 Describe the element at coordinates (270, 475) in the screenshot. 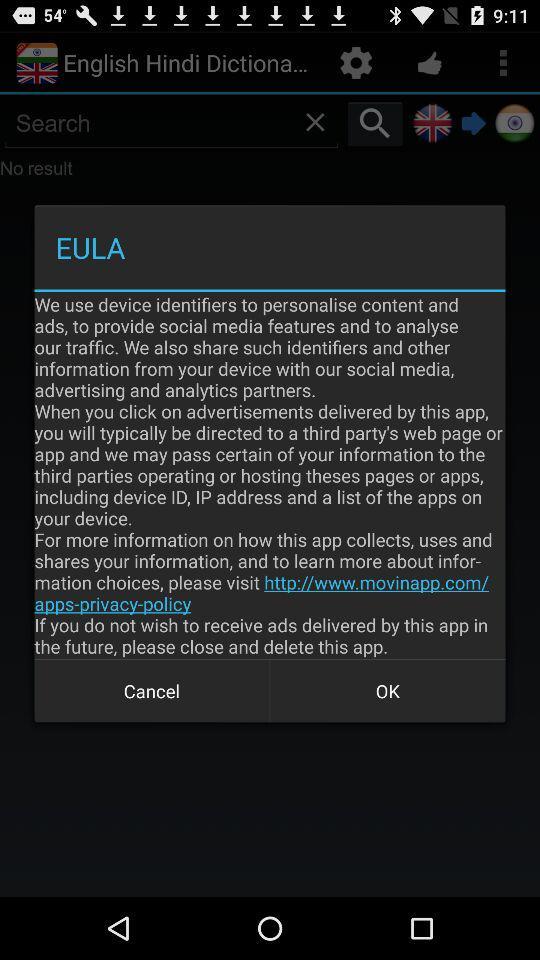

I see `item at the center` at that location.